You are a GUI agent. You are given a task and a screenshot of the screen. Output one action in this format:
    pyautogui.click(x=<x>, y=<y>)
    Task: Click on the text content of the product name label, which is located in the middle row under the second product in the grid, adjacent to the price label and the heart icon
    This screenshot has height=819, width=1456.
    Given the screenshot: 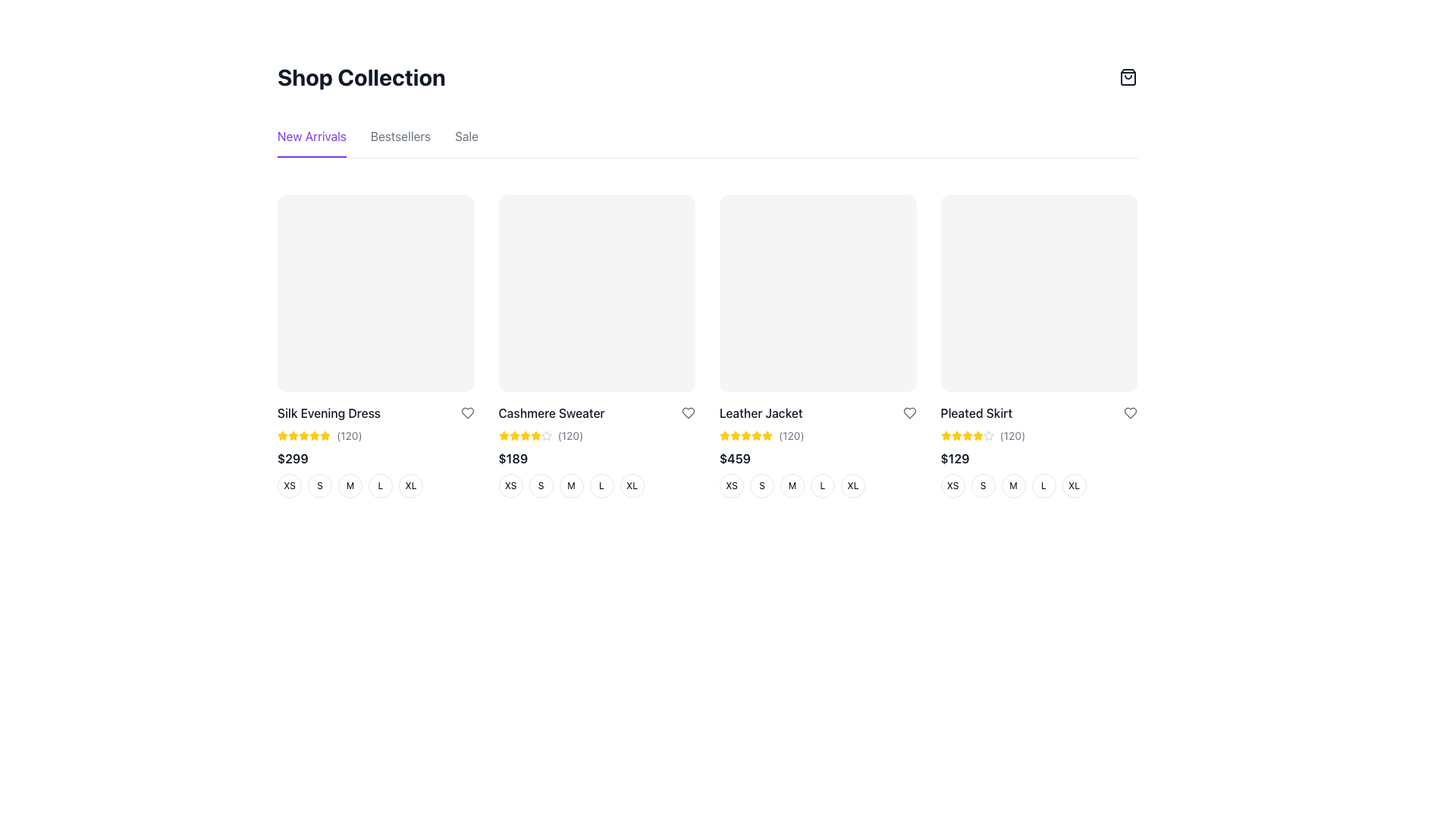 What is the action you would take?
    pyautogui.click(x=551, y=413)
    